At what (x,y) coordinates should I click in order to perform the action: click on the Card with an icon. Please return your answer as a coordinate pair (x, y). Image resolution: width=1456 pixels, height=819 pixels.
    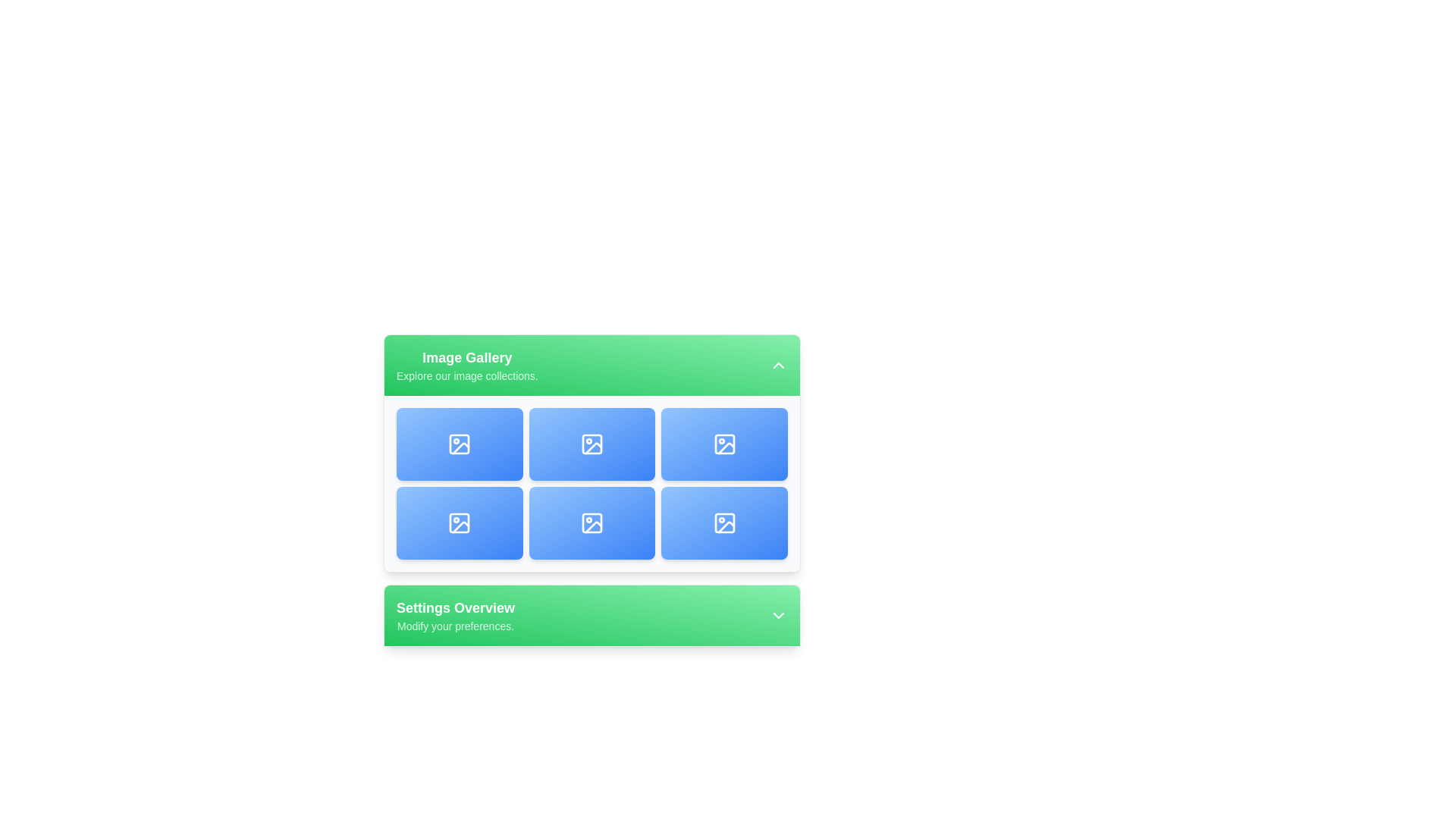
    Looking at the image, I should click on (591, 444).